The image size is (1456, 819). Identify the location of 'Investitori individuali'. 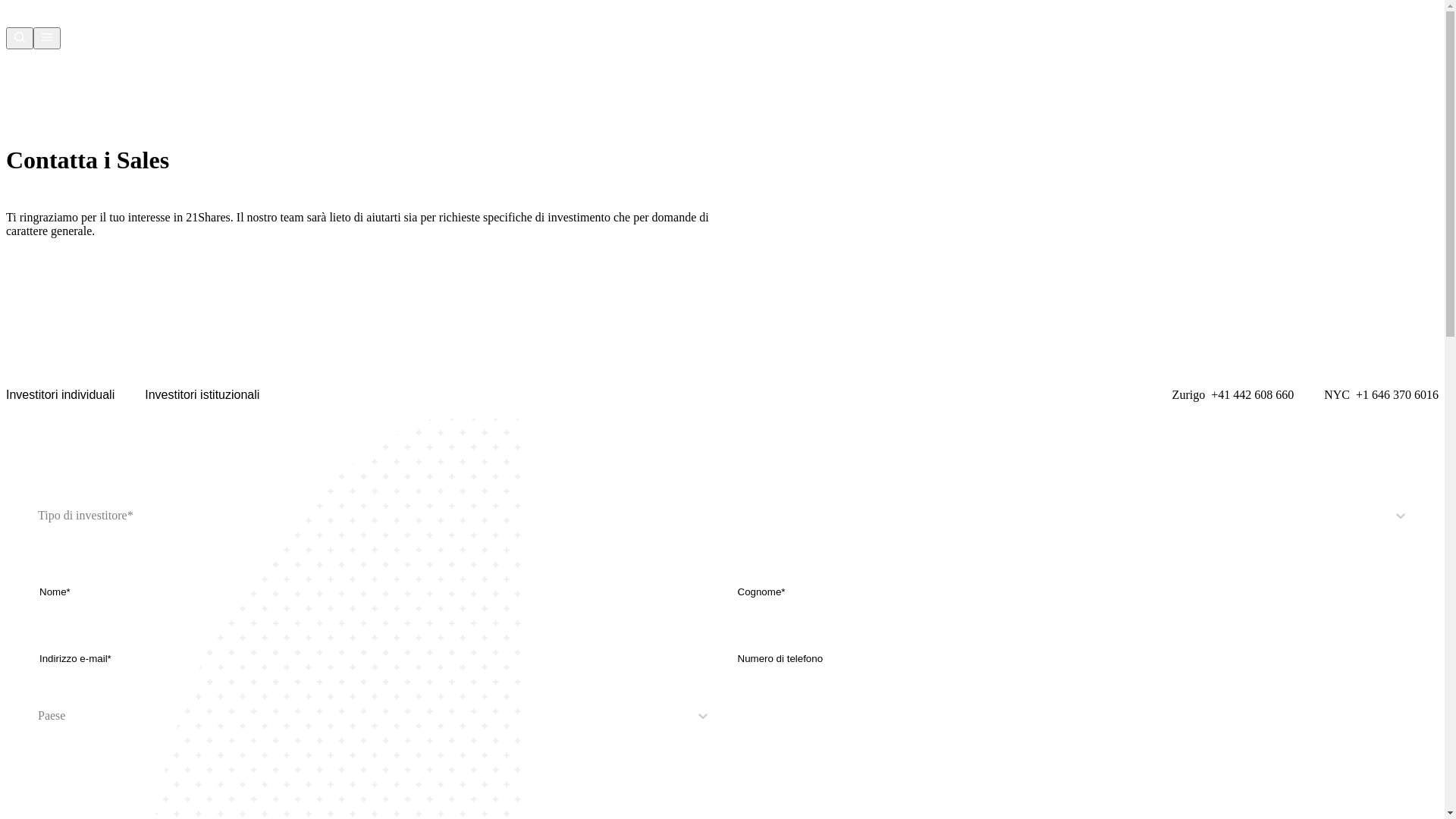
(60, 394).